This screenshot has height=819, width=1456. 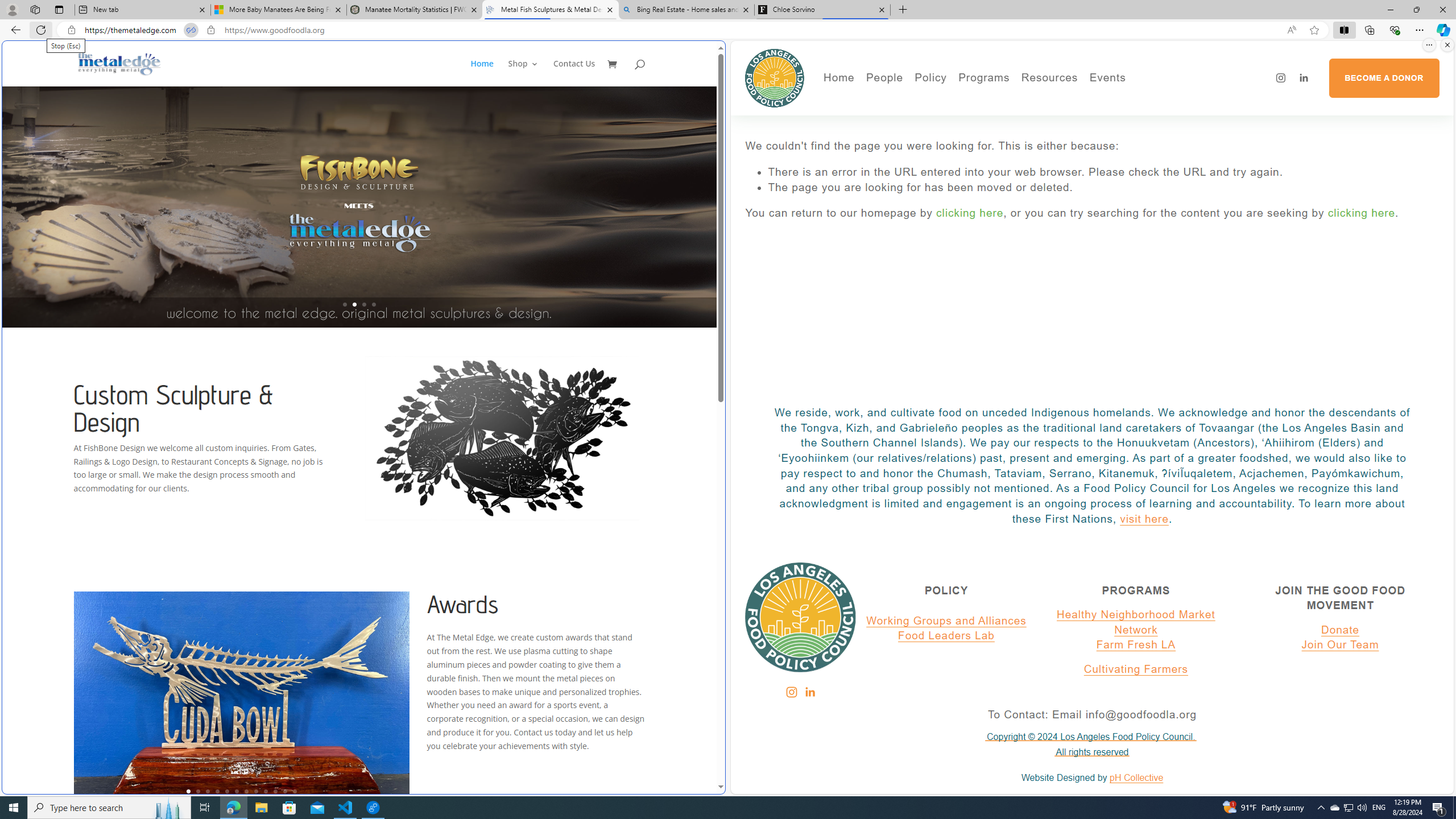 What do you see at coordinates (1144, 518) in the screenshot?
I see `'visit here'` at bounding box center [1144, 518].